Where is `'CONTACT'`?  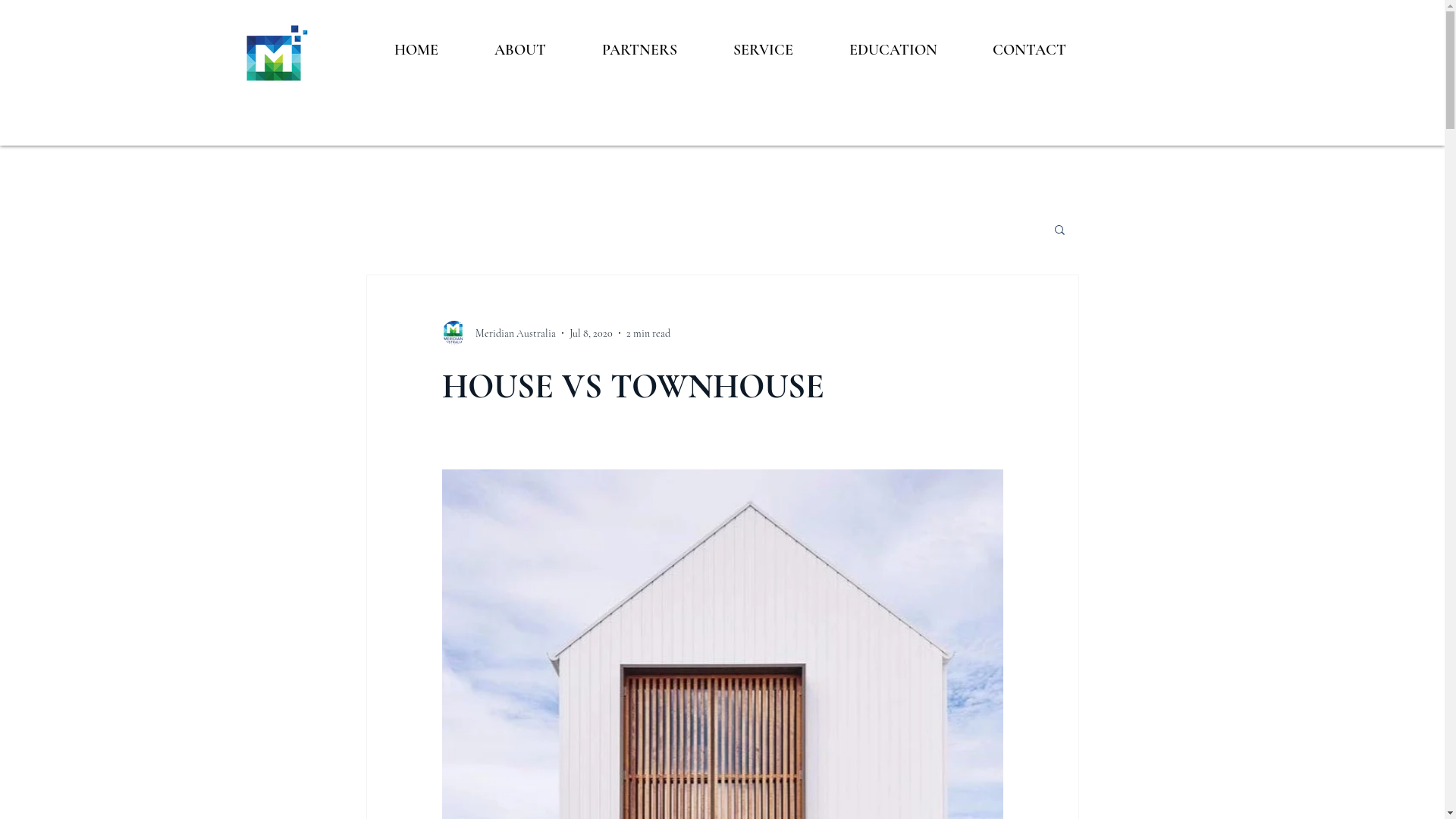
'CONTACT' is located at coordinates (1029, 42).